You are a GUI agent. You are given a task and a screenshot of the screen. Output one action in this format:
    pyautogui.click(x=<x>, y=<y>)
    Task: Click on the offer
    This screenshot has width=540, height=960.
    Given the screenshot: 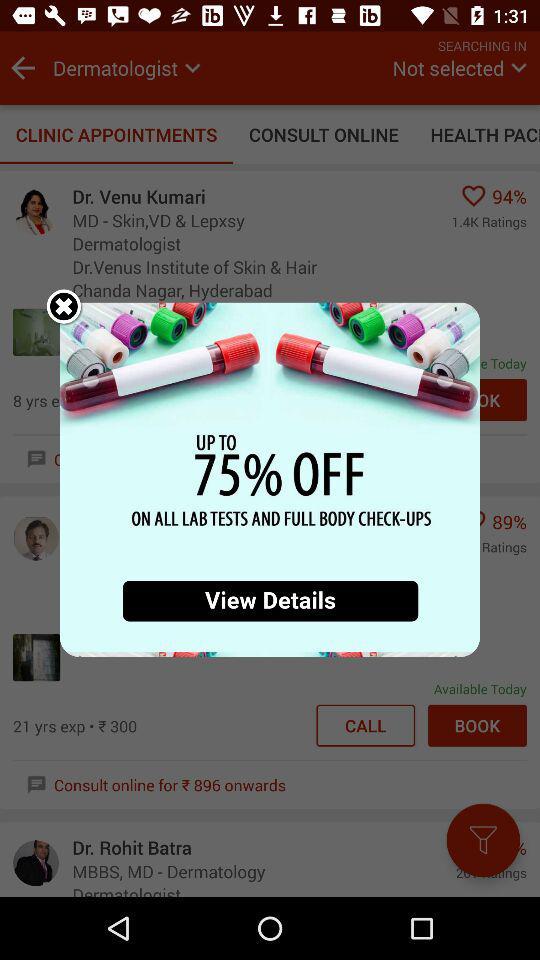 What is the action you would take?
    pyautogui.click(x=270, y=479)
    